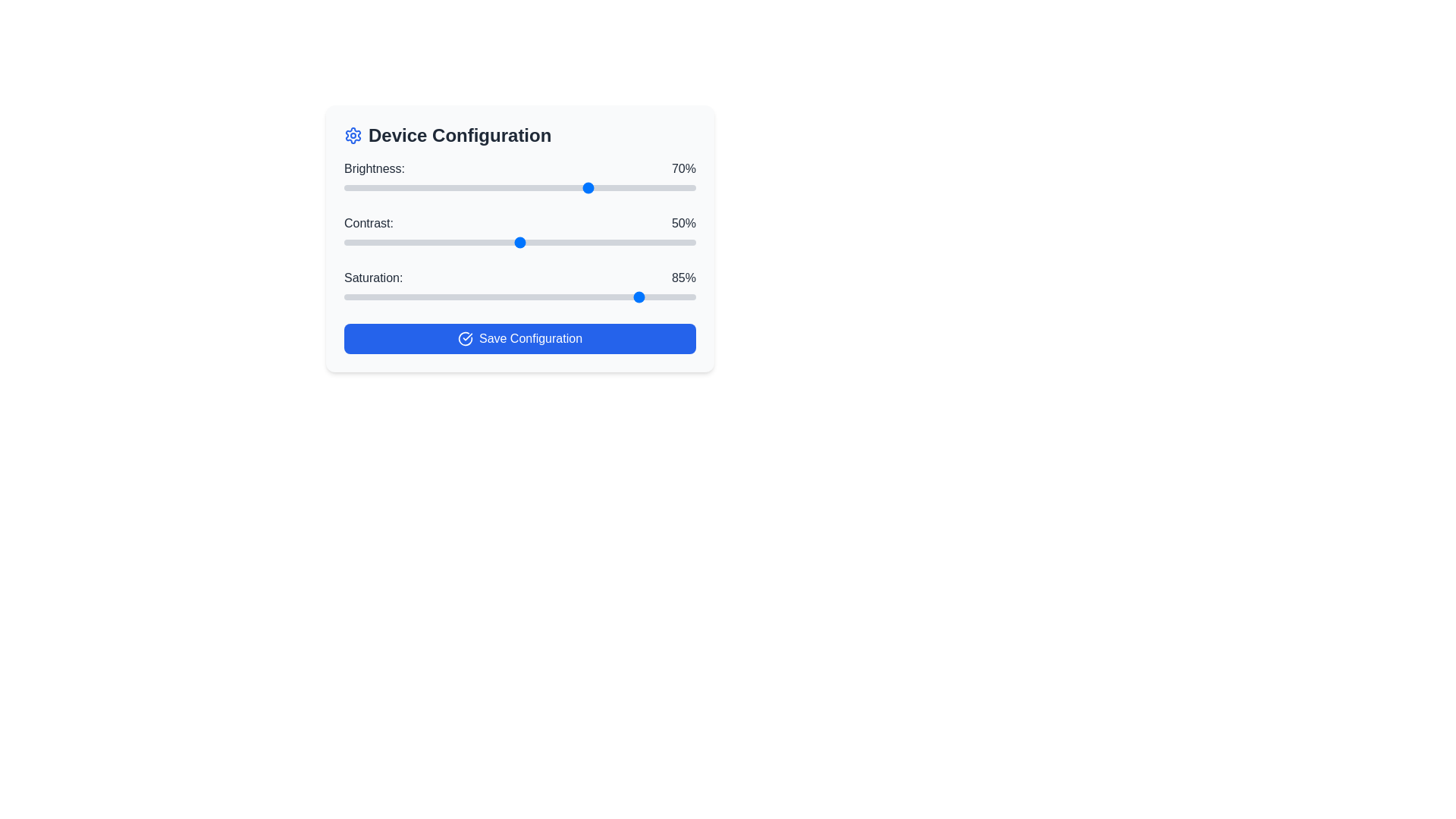 Image resolution: width=1456 pixels, height=819 pixels. What do you see at coordinates (352, 134) in the screenshot?
I see `the settings icon represented by a cogwheel embedded within an SVG element, located at the top-left corner of the 'Device Configuration' card` at bounding box center [352, 134].